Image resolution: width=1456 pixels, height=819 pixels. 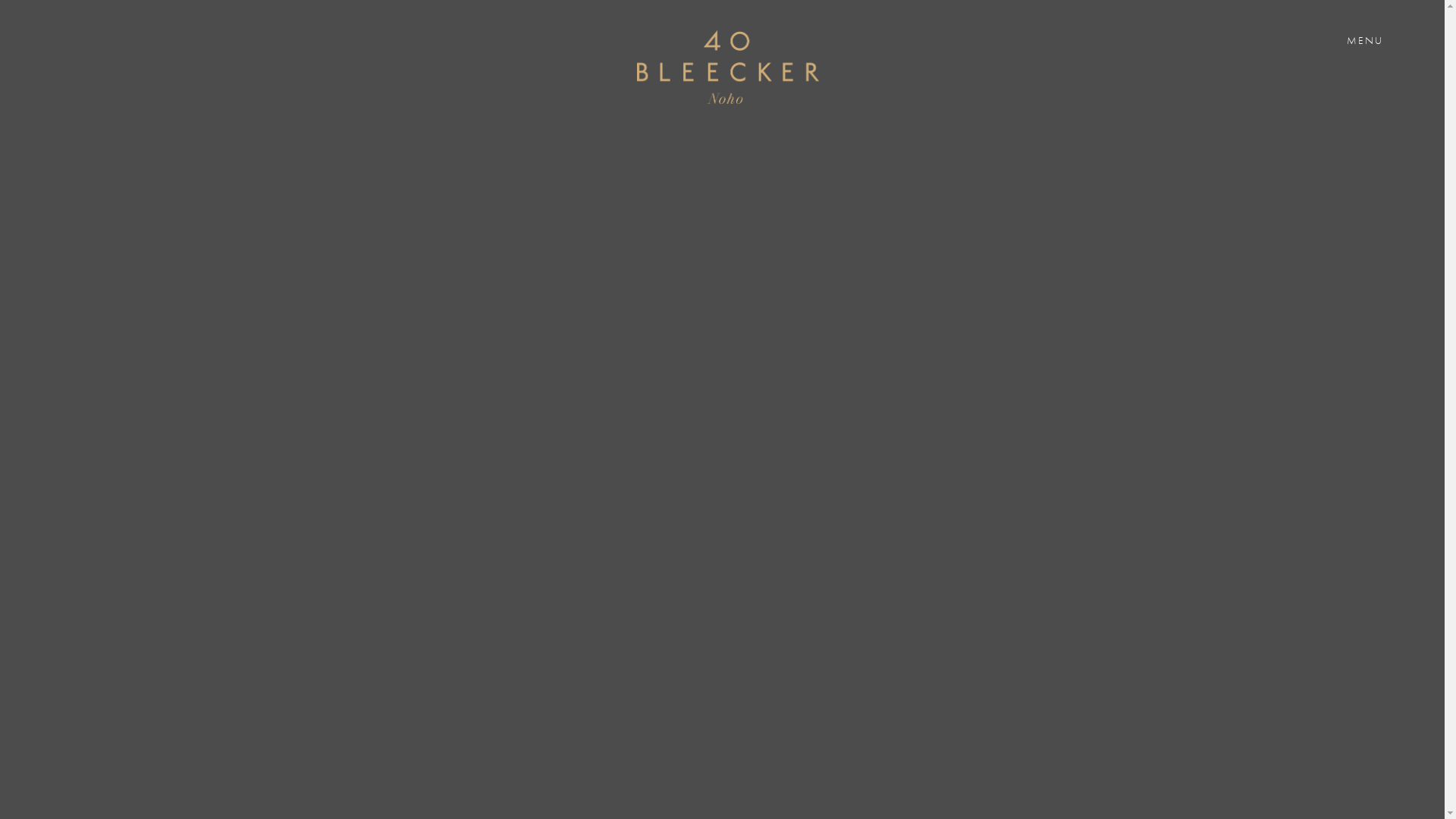 I want to click on 'MENU', so click(x=1365, y=39).